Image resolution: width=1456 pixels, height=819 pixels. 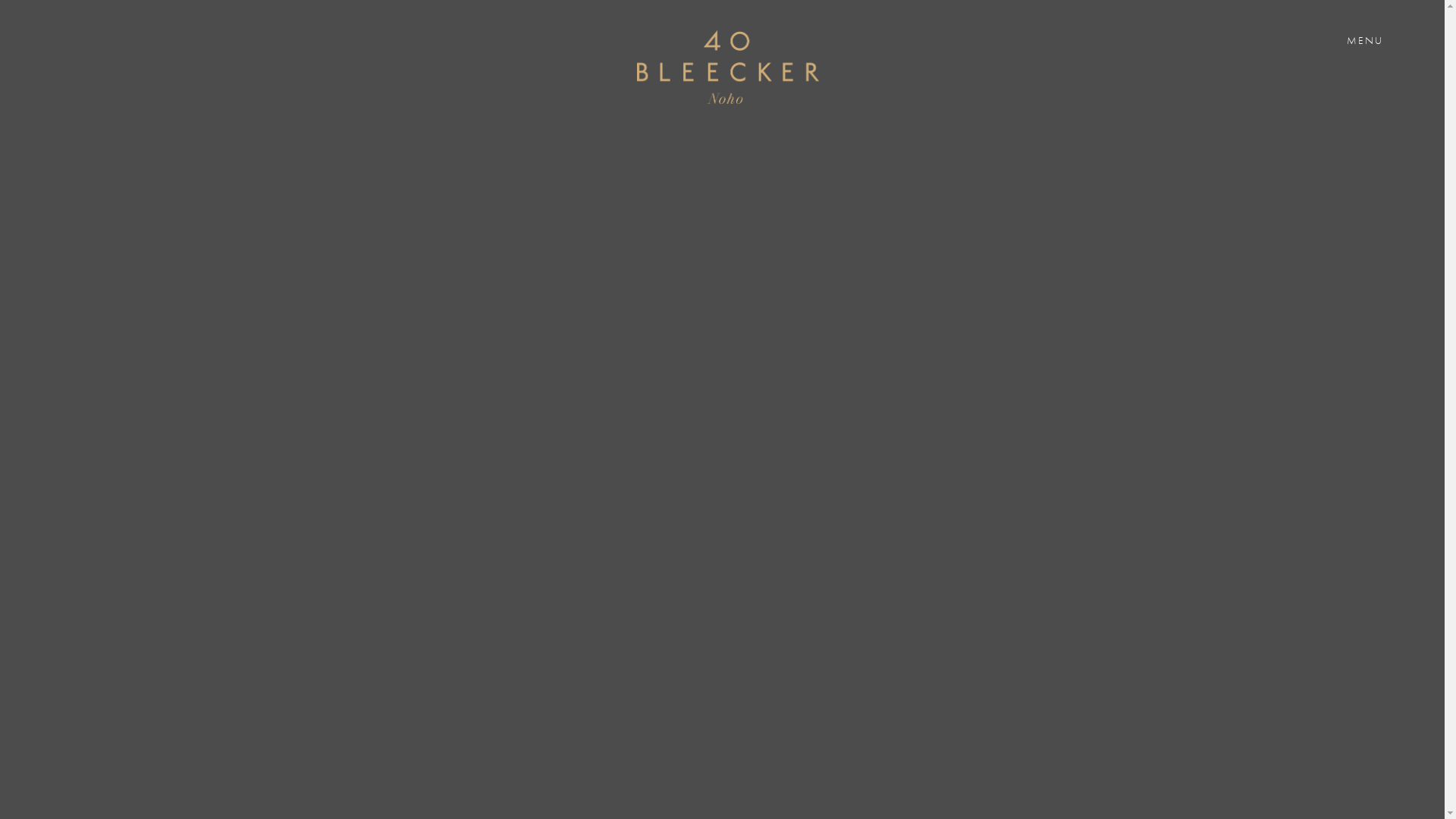 I want to click on 'MENU', so click(x=1365, y=39).